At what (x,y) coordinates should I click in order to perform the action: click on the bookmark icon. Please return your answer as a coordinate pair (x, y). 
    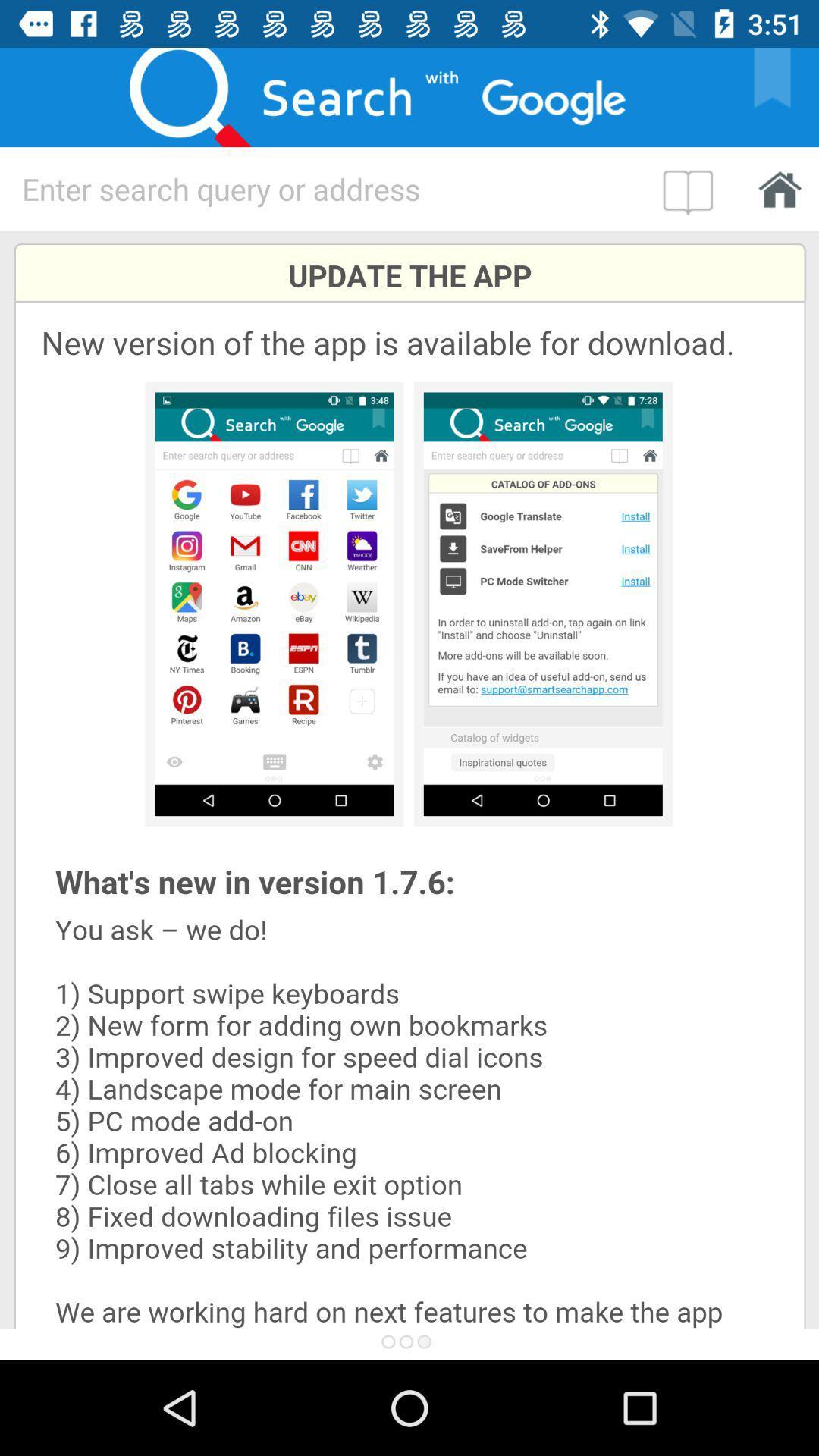
    Looking at the image, I should click on (782, 96).